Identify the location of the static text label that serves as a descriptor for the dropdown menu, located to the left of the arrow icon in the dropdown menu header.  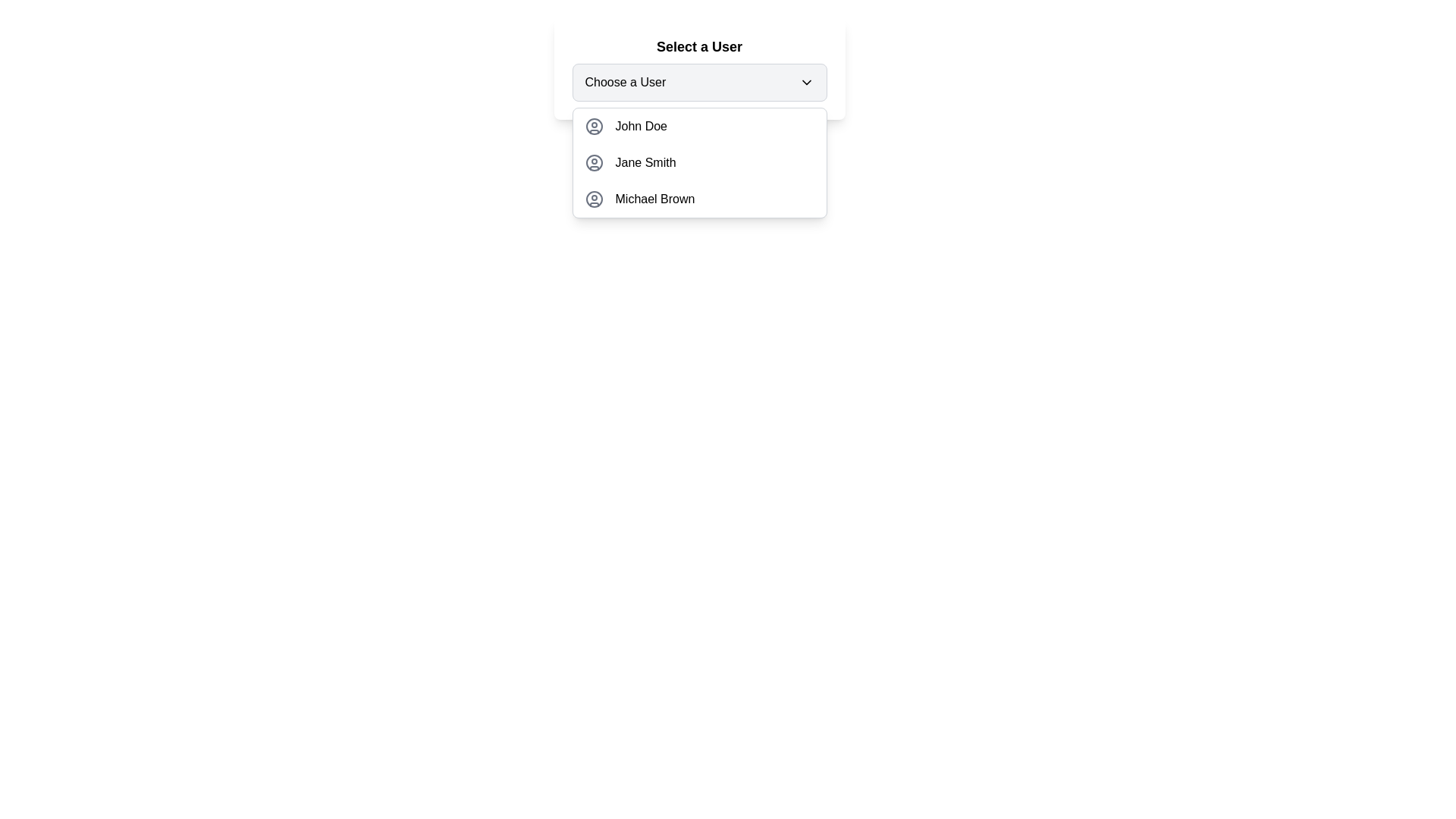
(625, 82).